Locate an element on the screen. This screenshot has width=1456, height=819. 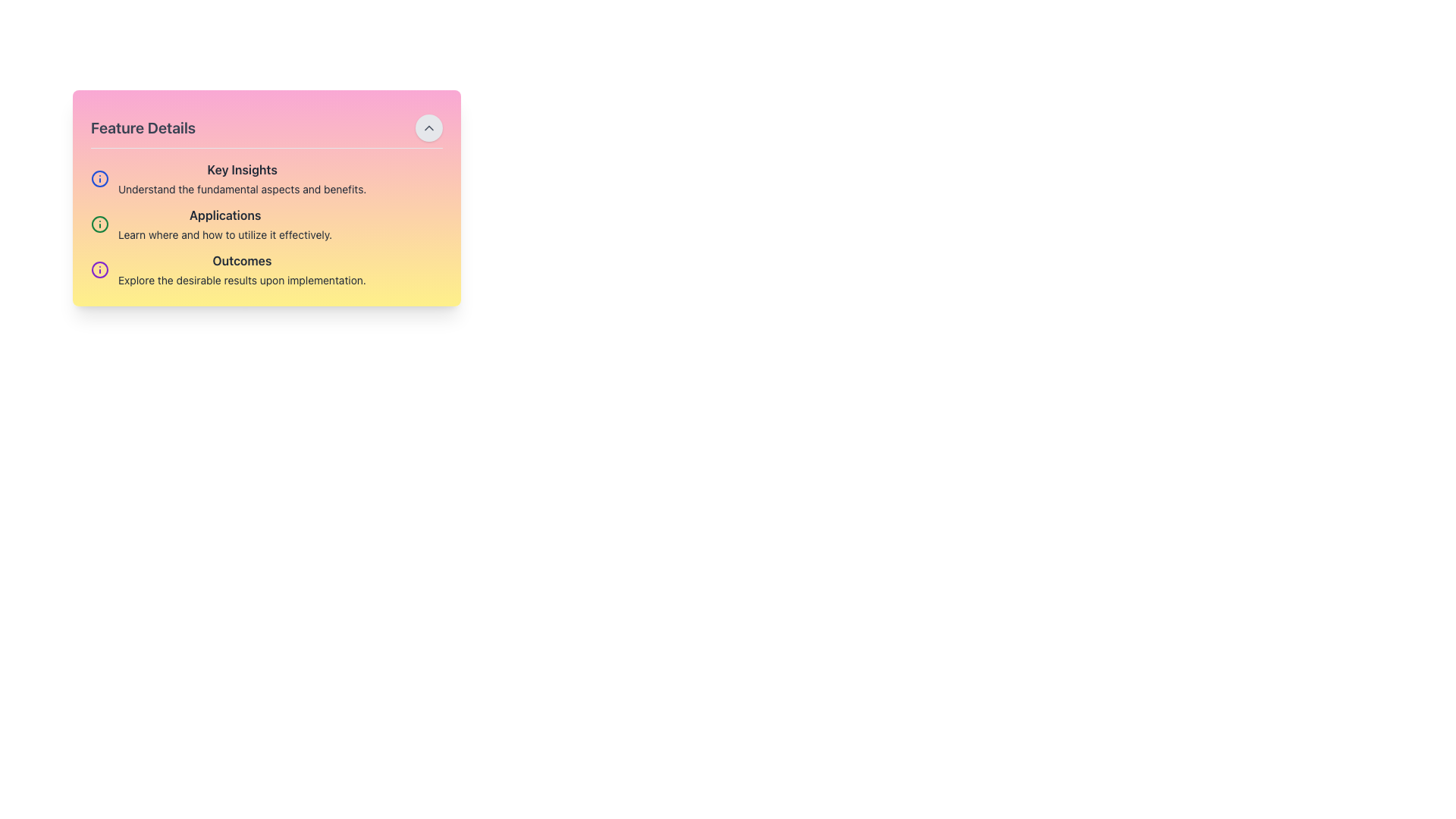
the chevron icon located at the top right of the circular button is located at coordinates (428, 127).